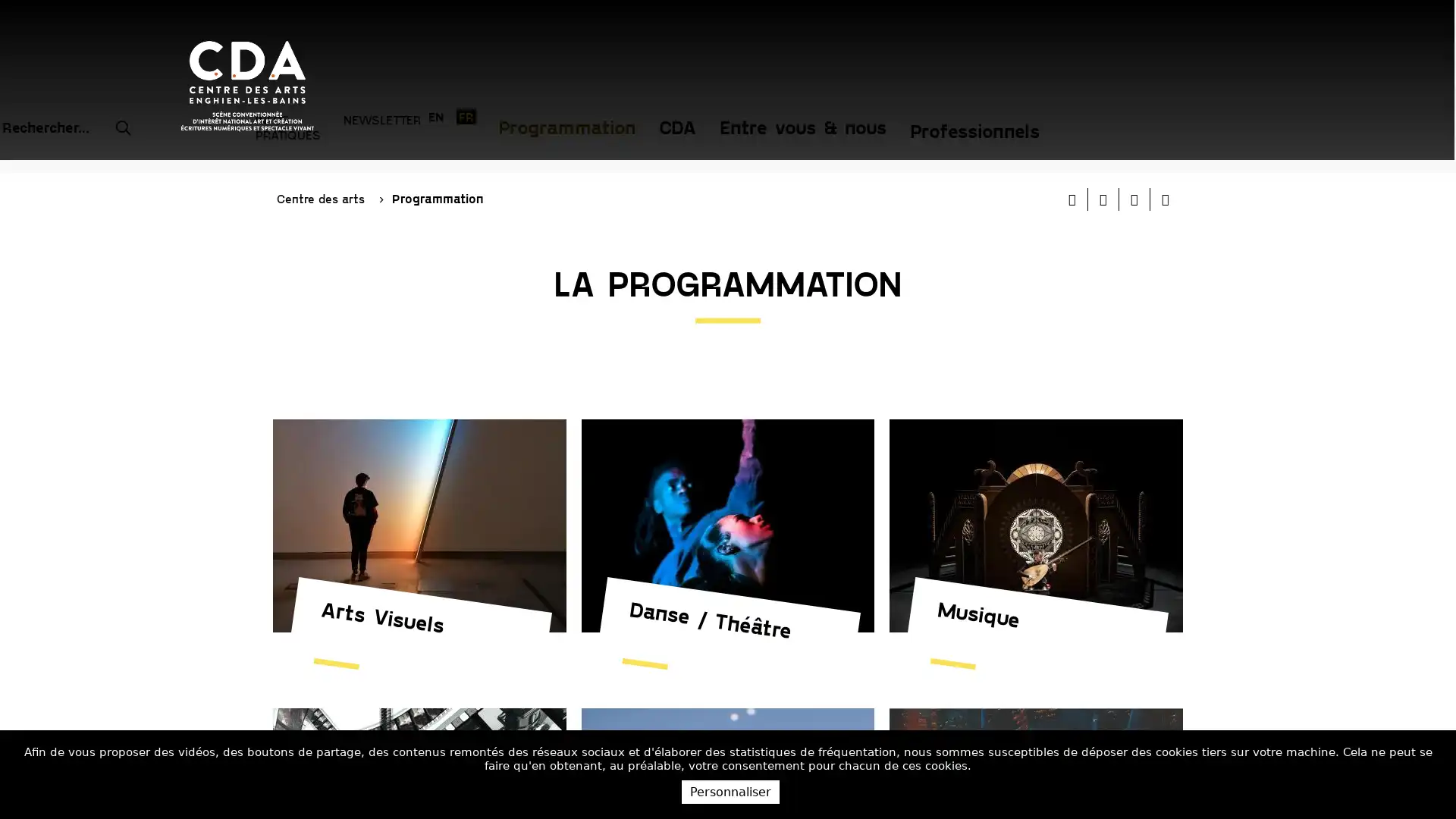  I want to click on Imprimer cette page, so click(1072, 149).